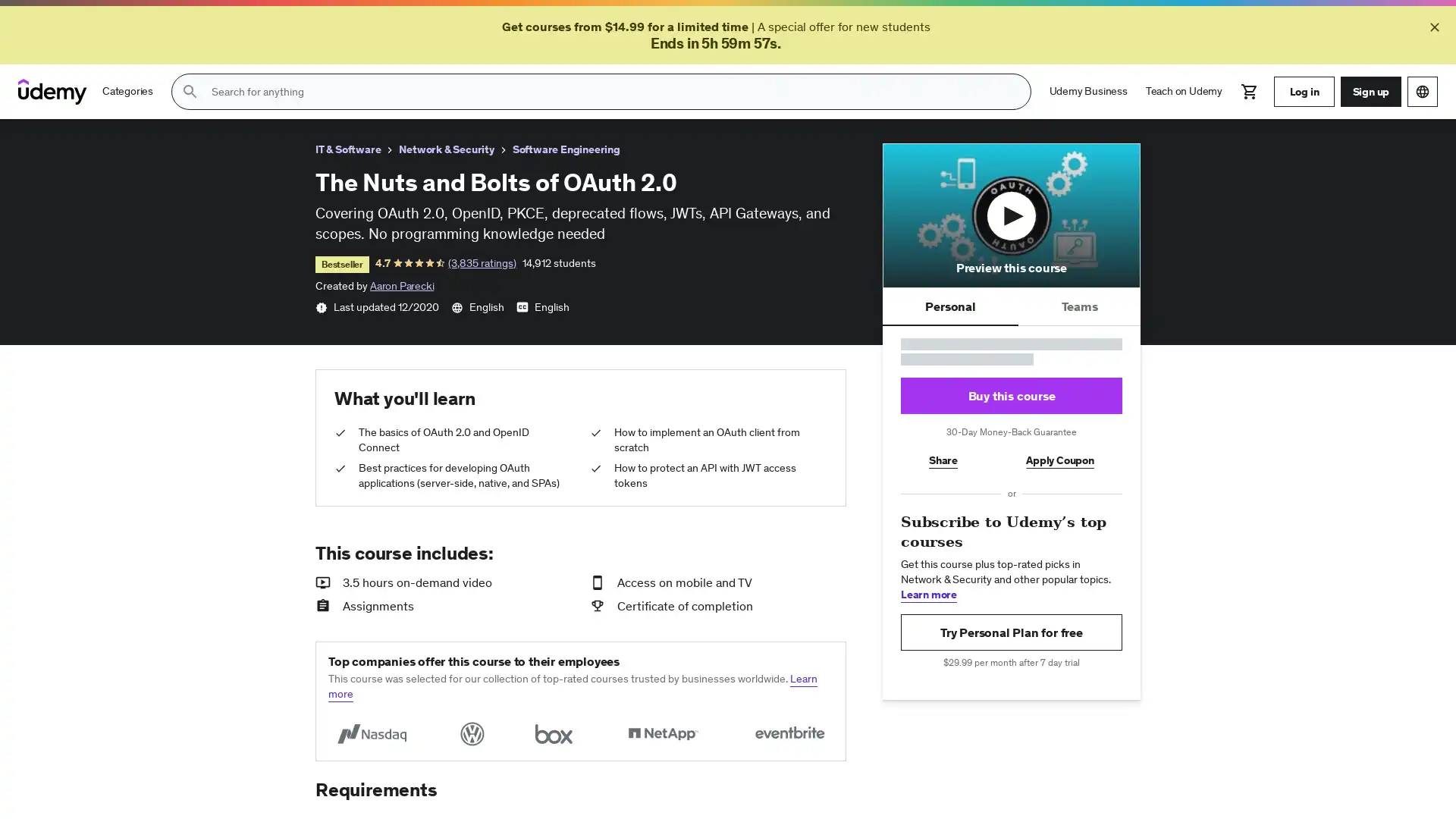 The image size is (1456, 819). What do you see at coordinates (1059, 459) in the screenshot?
I see `Apply Coupon` at bounding box center [1059, 459].